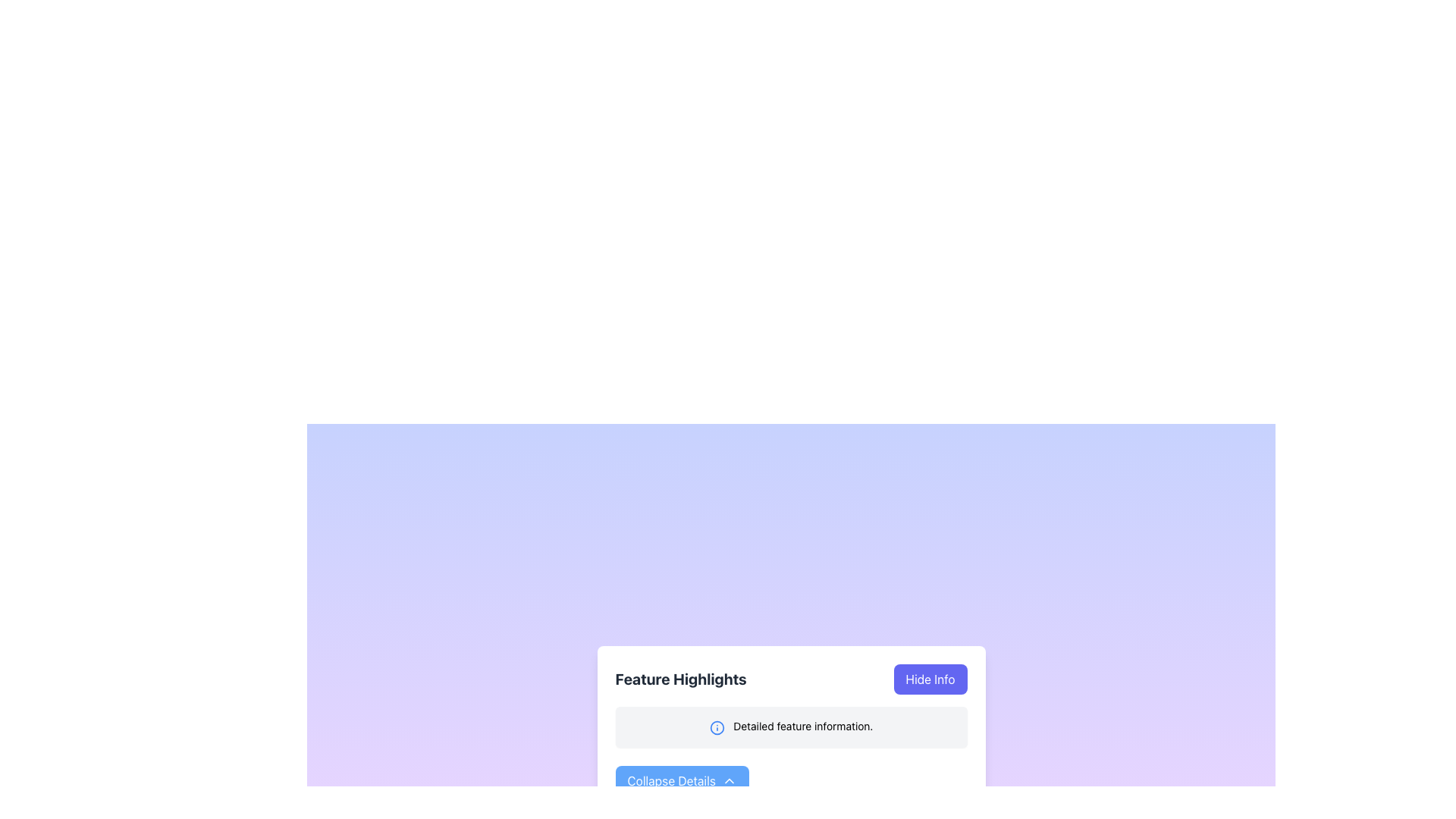 The height and width of the screenshot is (819, 1456). I want to click on the 'Hide Info' button with rounded corners, styled with a purple background and white text, so click(930, 678).